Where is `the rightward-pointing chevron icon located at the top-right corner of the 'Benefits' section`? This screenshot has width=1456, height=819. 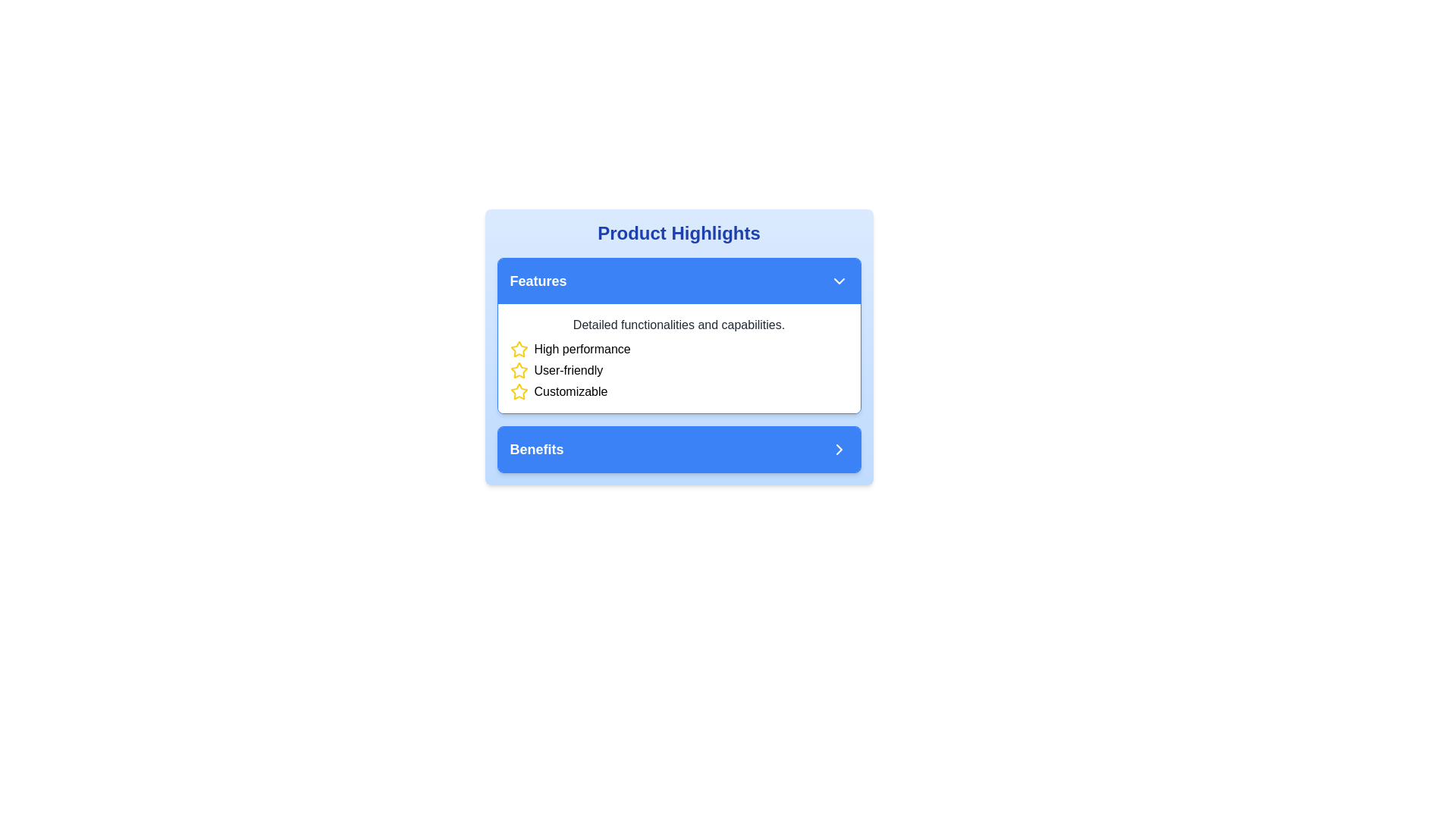
the rightward-pointing chevron icon located at the top-right corner of the 'Benefits' section is located at coordinates (838, 449).